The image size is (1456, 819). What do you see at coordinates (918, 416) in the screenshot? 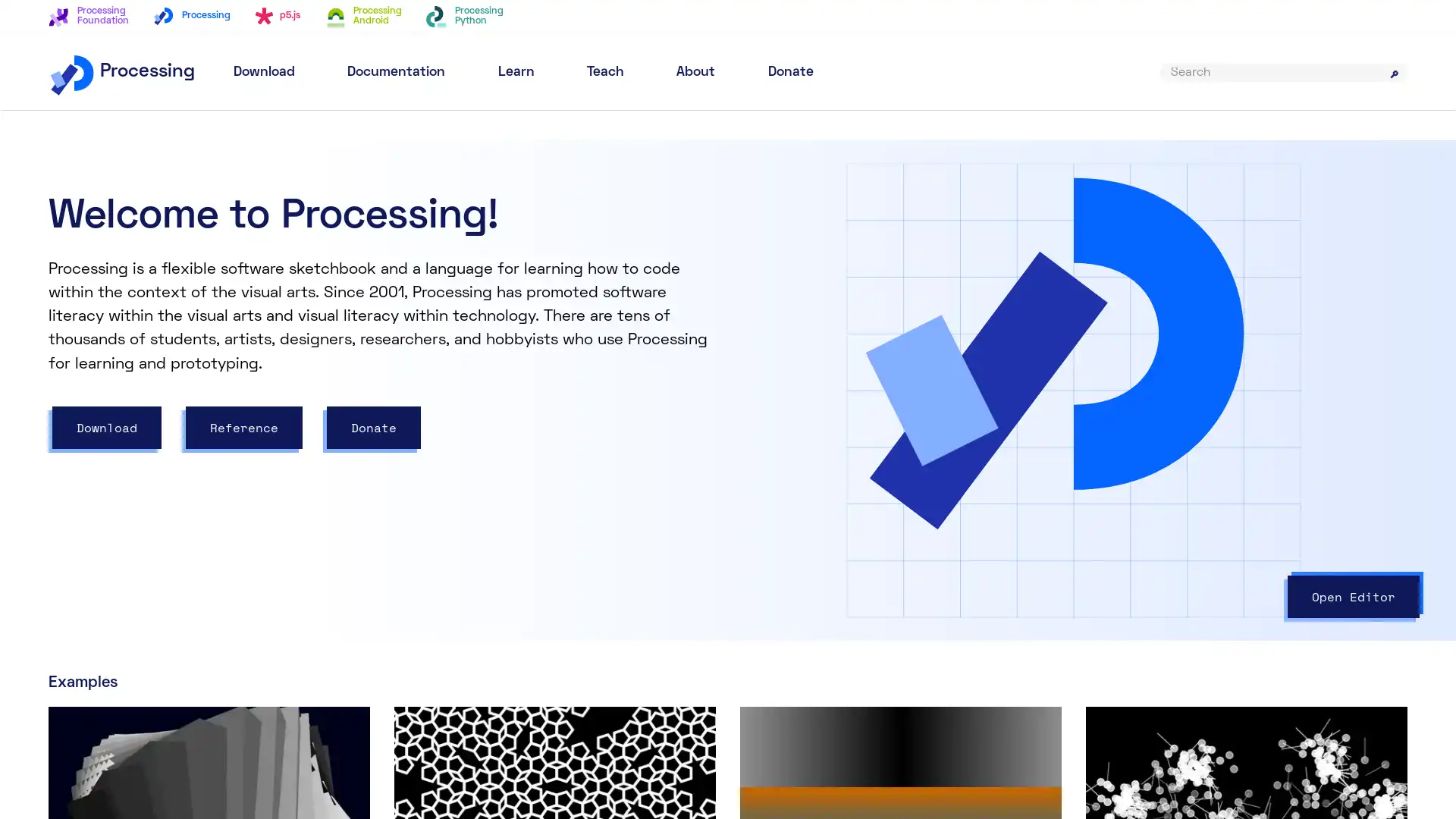
I see `change position` at bounding box center [918, 416].